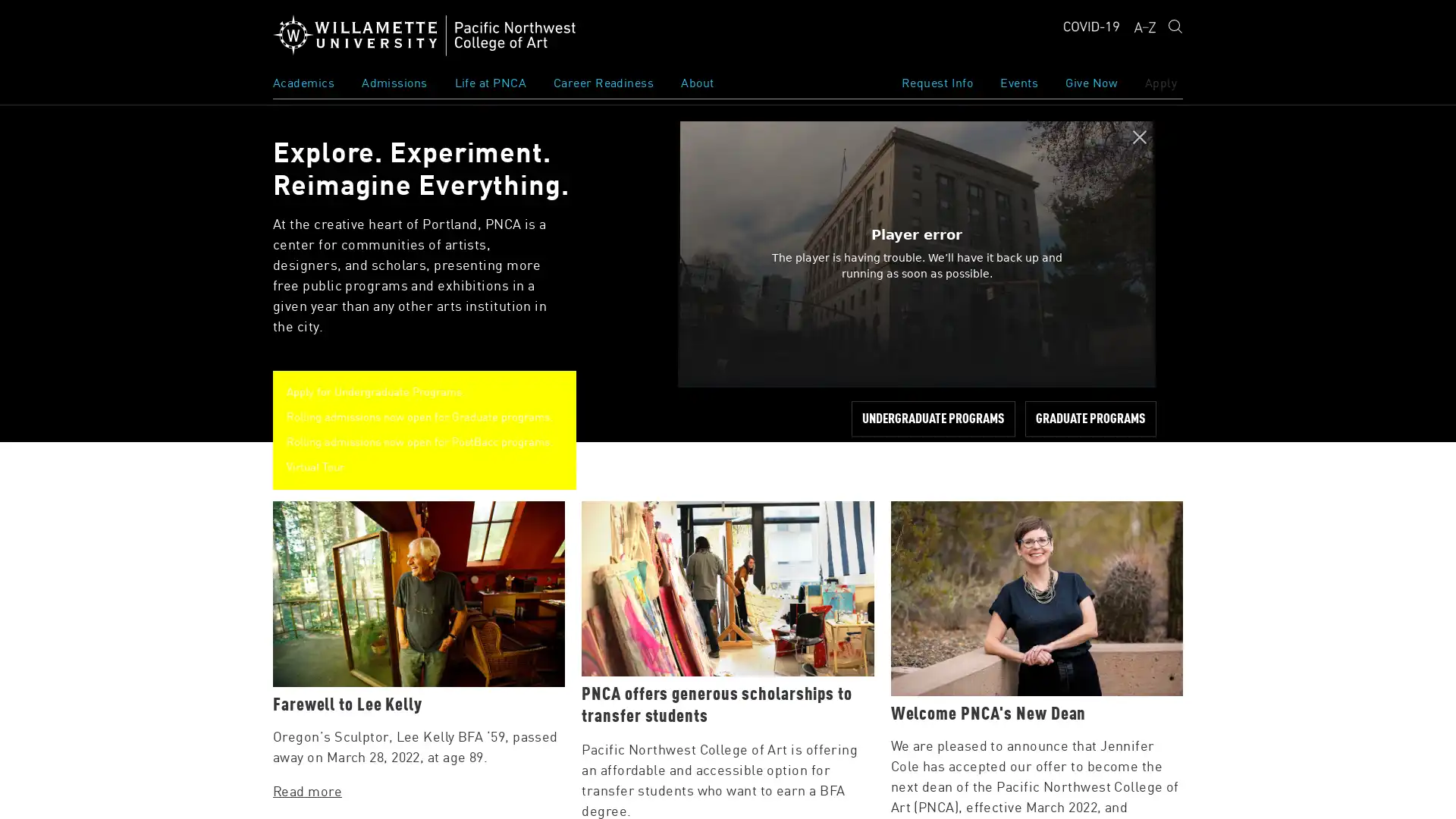  I want to click on Submit search, so click(1373, 27).